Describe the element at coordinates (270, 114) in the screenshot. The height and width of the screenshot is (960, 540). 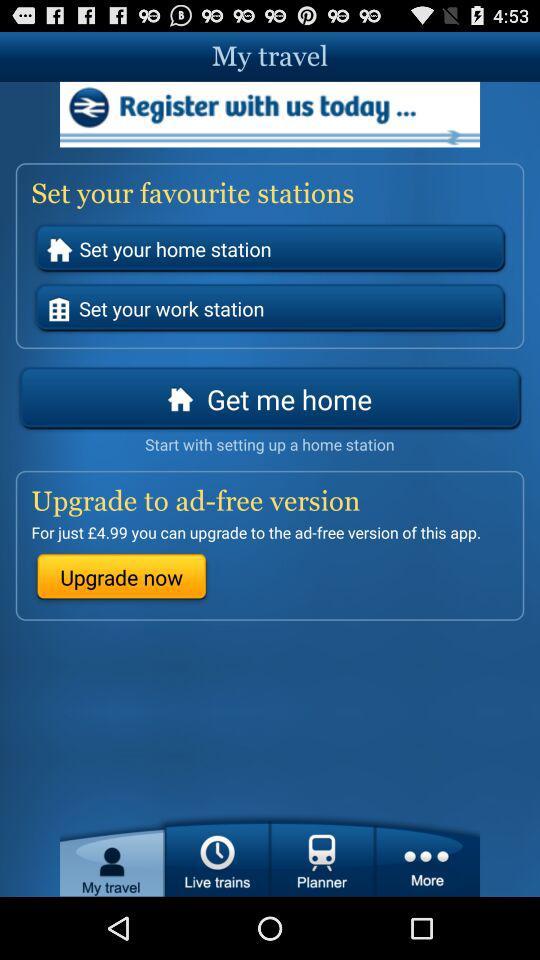
I see `the advertisement` at that location.